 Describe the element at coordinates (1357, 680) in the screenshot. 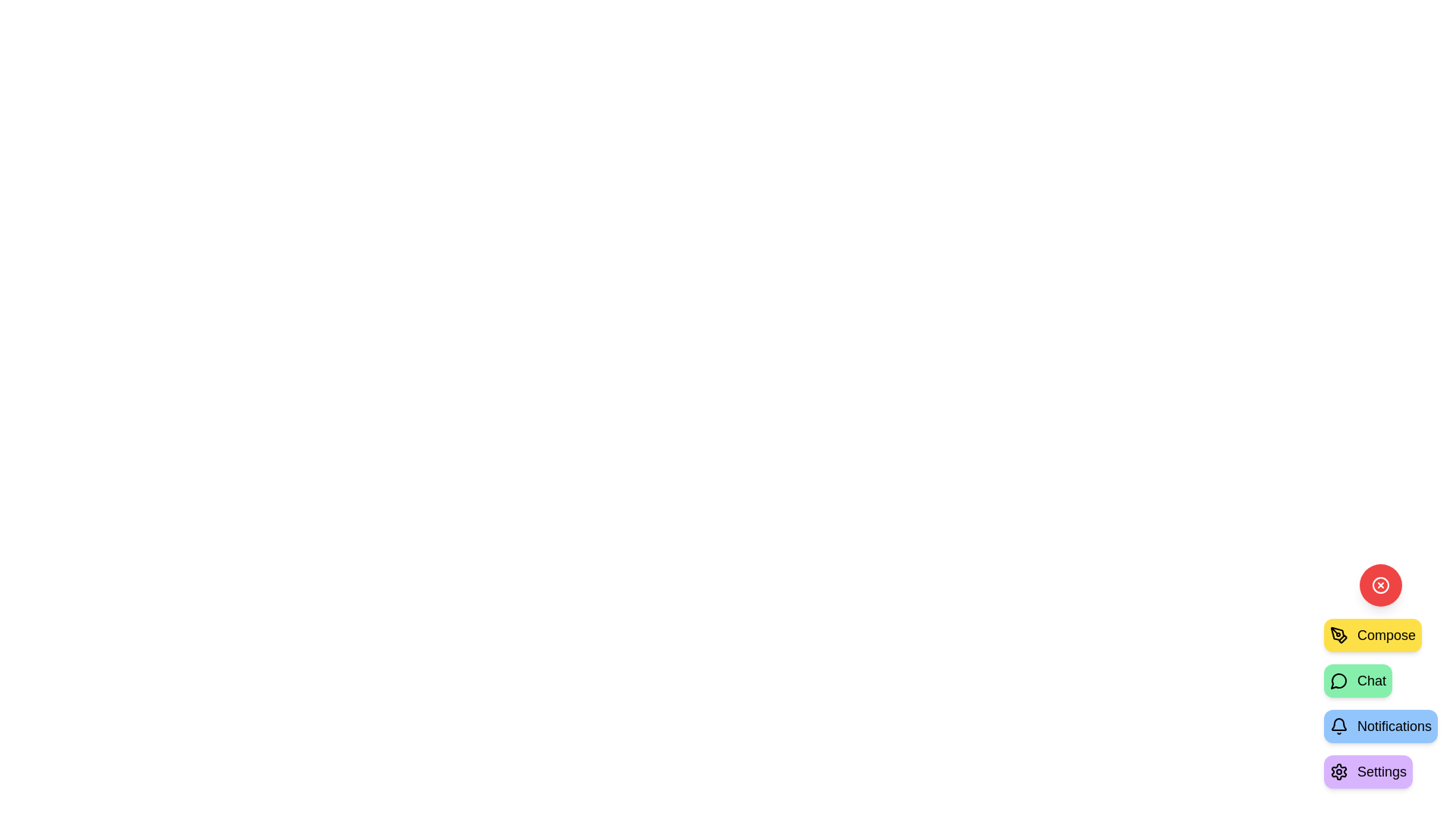

I see `the 'Chat' button in the speed dial menu` at that location.